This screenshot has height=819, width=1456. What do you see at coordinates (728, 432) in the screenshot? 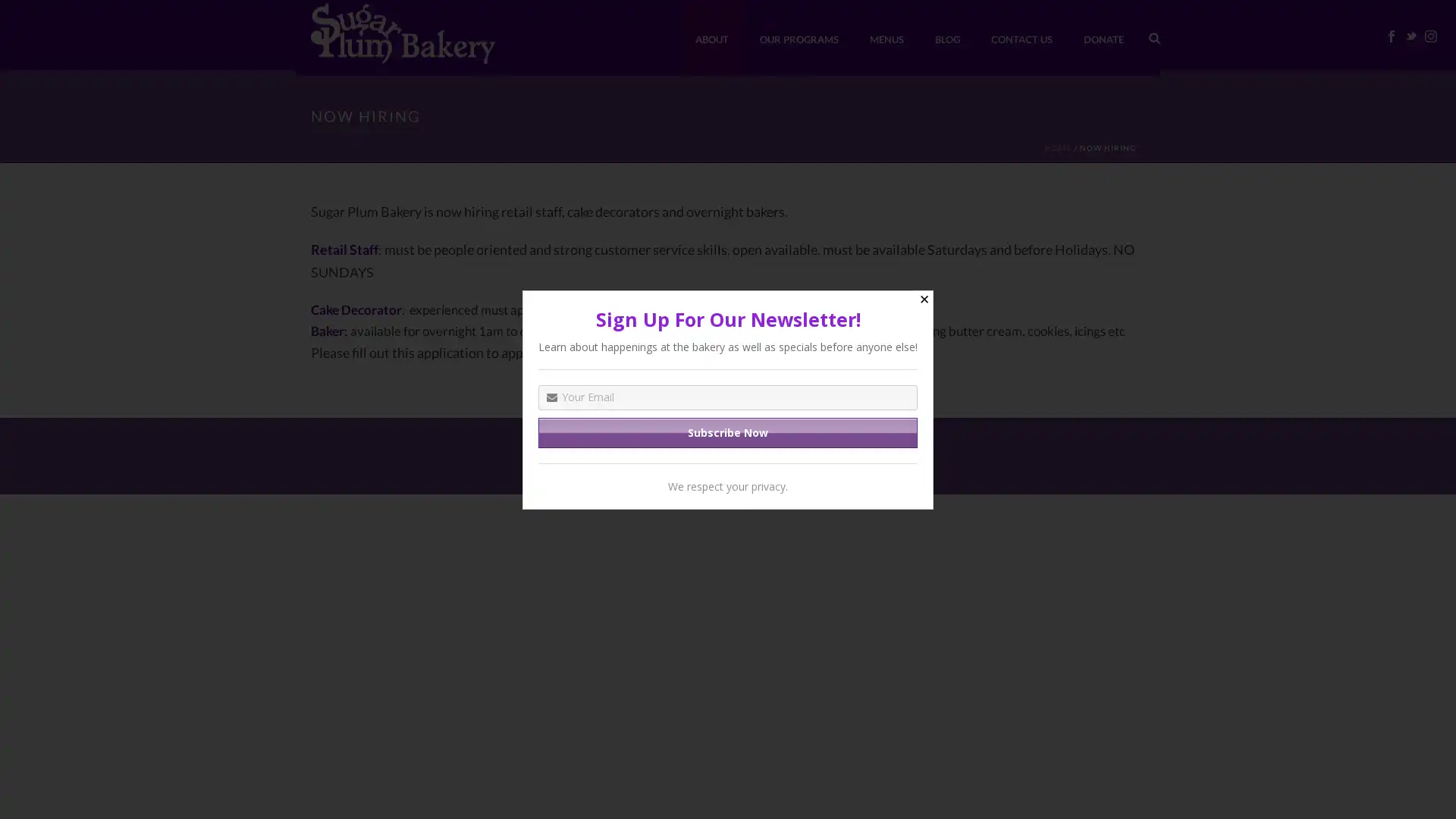
I see `Subscribe Now` at bounding box center [728, 432].